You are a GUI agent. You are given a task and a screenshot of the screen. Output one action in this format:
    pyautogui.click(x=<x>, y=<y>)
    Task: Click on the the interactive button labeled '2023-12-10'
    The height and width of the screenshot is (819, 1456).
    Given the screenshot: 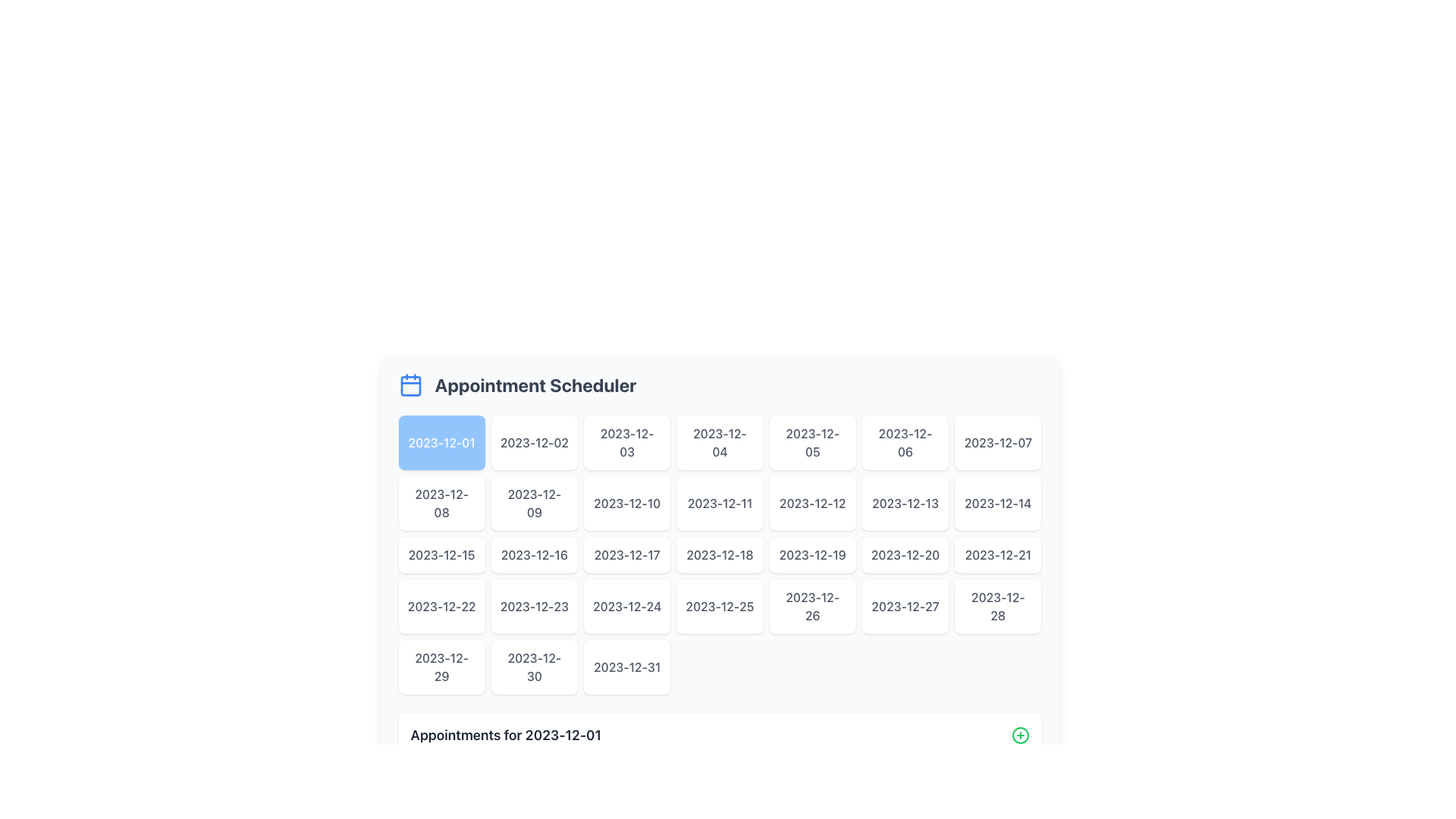 What is the action you would take?
    pyautogui.click(x=627, y=503)
    